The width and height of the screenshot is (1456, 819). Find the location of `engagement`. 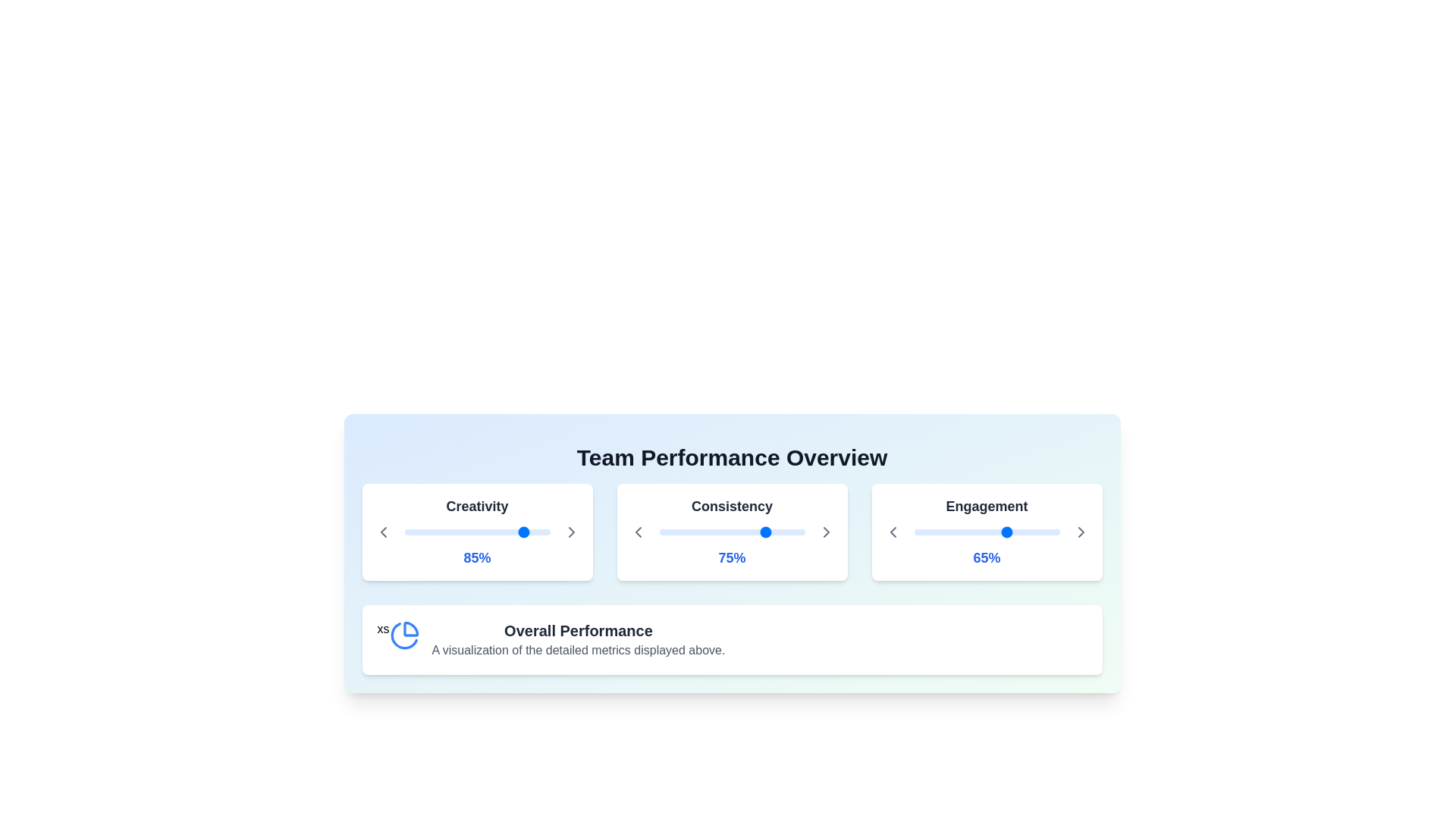

engagement is located at coordinates (1057, 532).